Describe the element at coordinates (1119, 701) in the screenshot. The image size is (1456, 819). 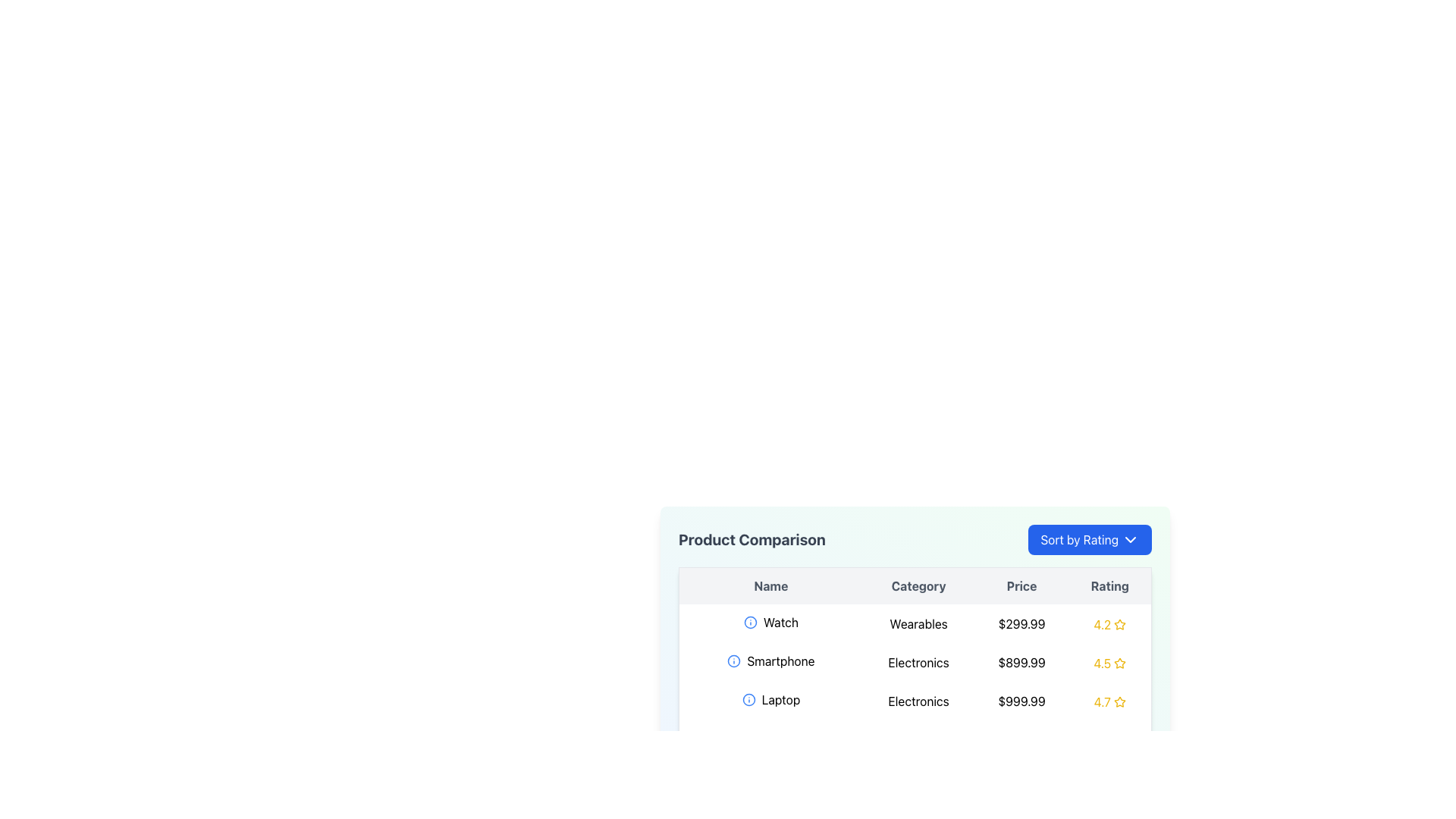
I see `the yellow star-shaped icon with a hollow interior located next to the rating '4.7' in the 'Rating' column of the last row in the product comparison table for the 'Electronics' category` at that location.